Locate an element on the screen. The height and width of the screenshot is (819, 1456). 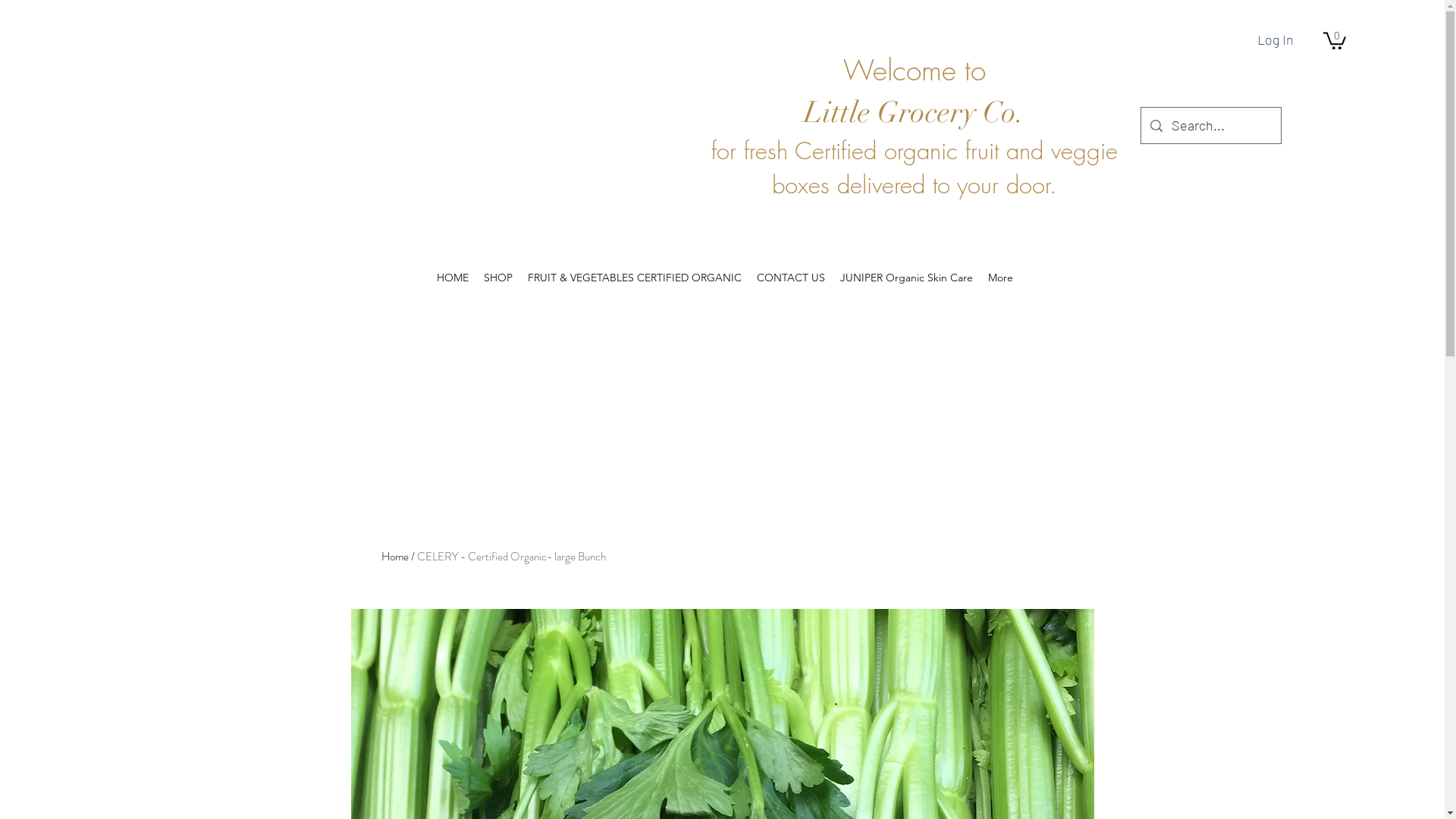
'Log In' is located at coordinates (1274, 39).